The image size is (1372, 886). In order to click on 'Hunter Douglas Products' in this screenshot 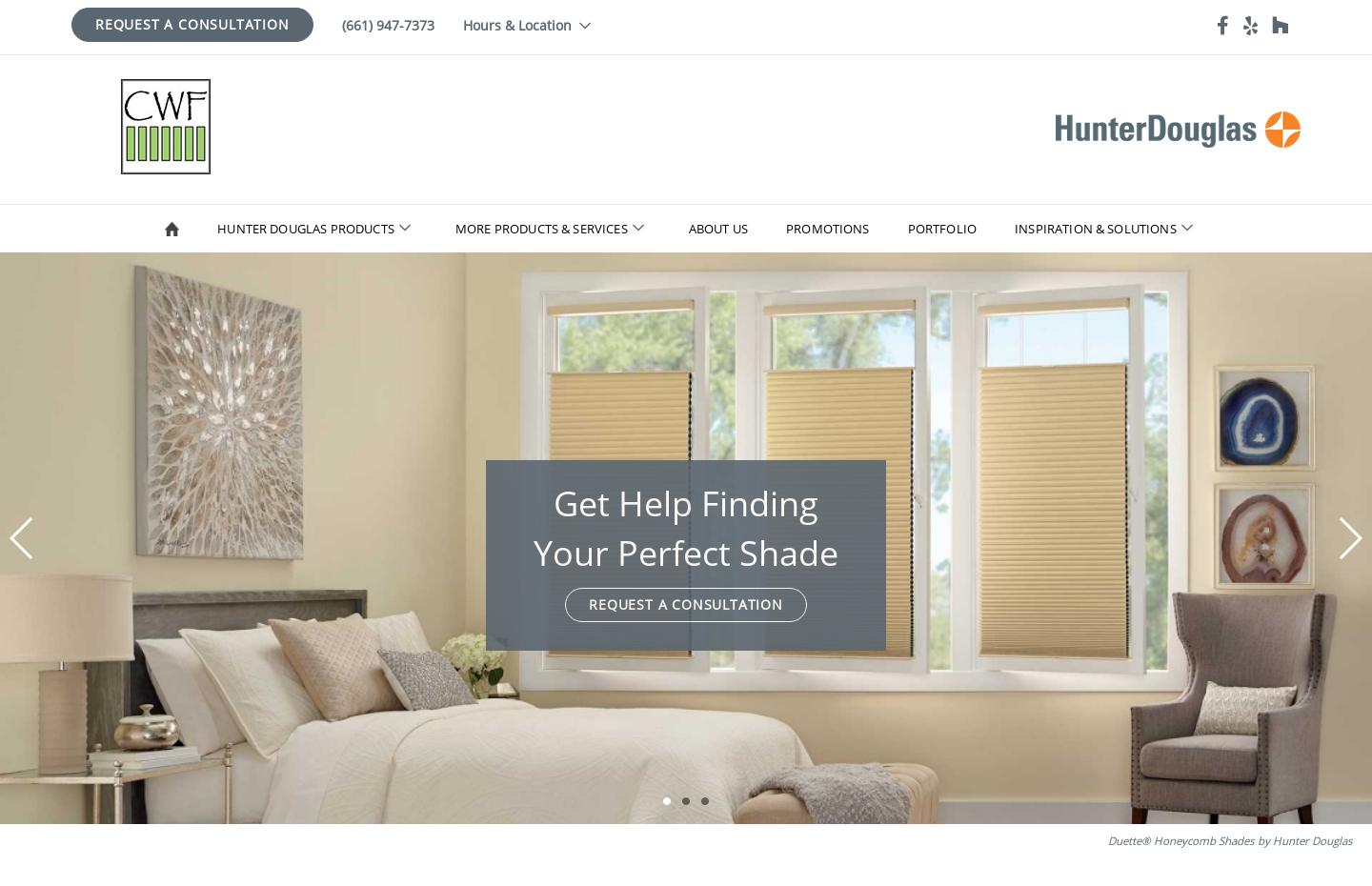, I will do `click(216, 229)`.